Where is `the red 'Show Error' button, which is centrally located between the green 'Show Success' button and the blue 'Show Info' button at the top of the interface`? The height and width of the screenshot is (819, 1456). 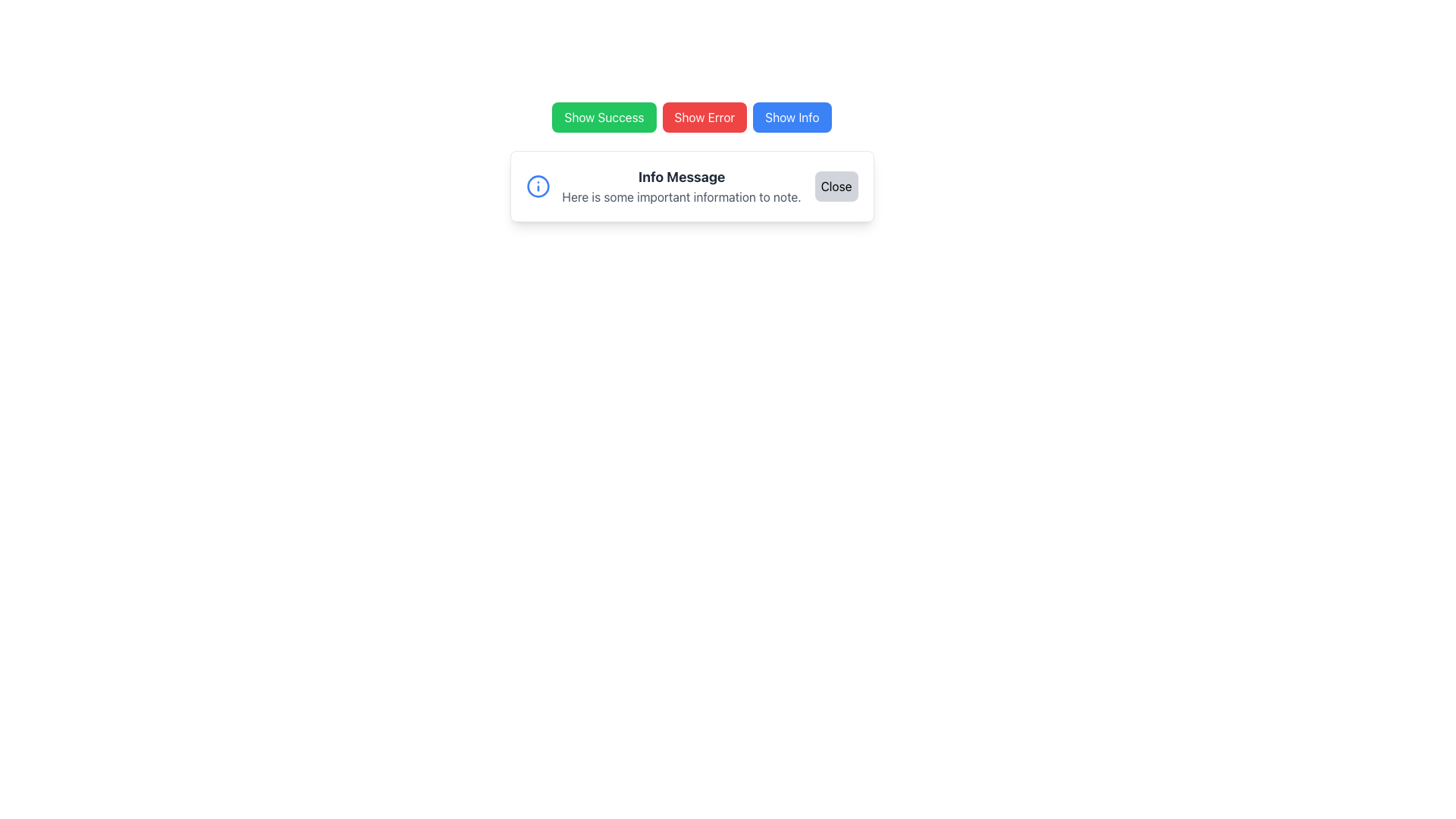 the red 'Show Error' button, which is centrally located between the green 'Show Success' button and the blue 'Show Info' button at the top of the interface is located at coordinates (704, 116).